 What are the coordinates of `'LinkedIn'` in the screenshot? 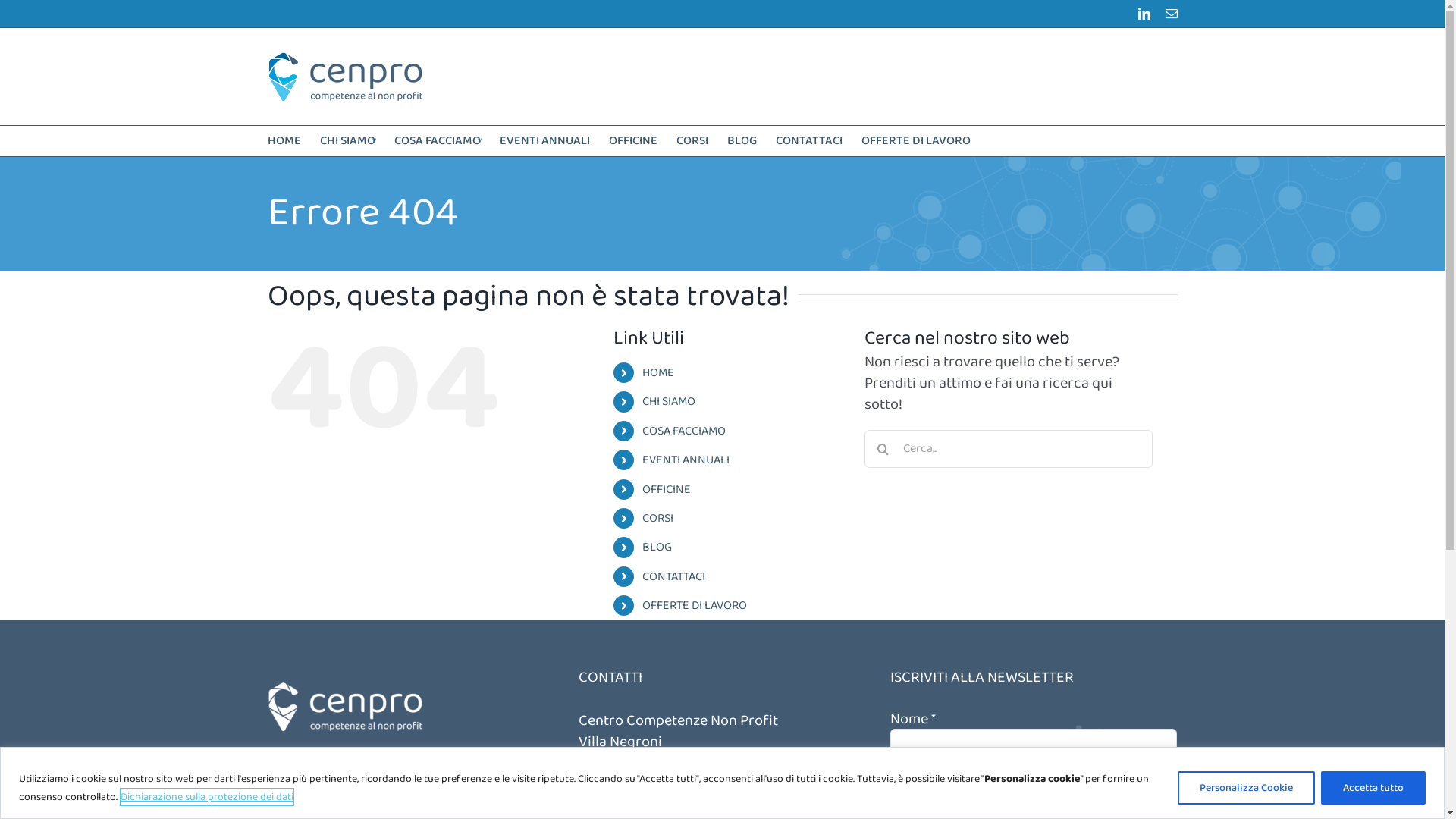 It's located at (1137, 14).